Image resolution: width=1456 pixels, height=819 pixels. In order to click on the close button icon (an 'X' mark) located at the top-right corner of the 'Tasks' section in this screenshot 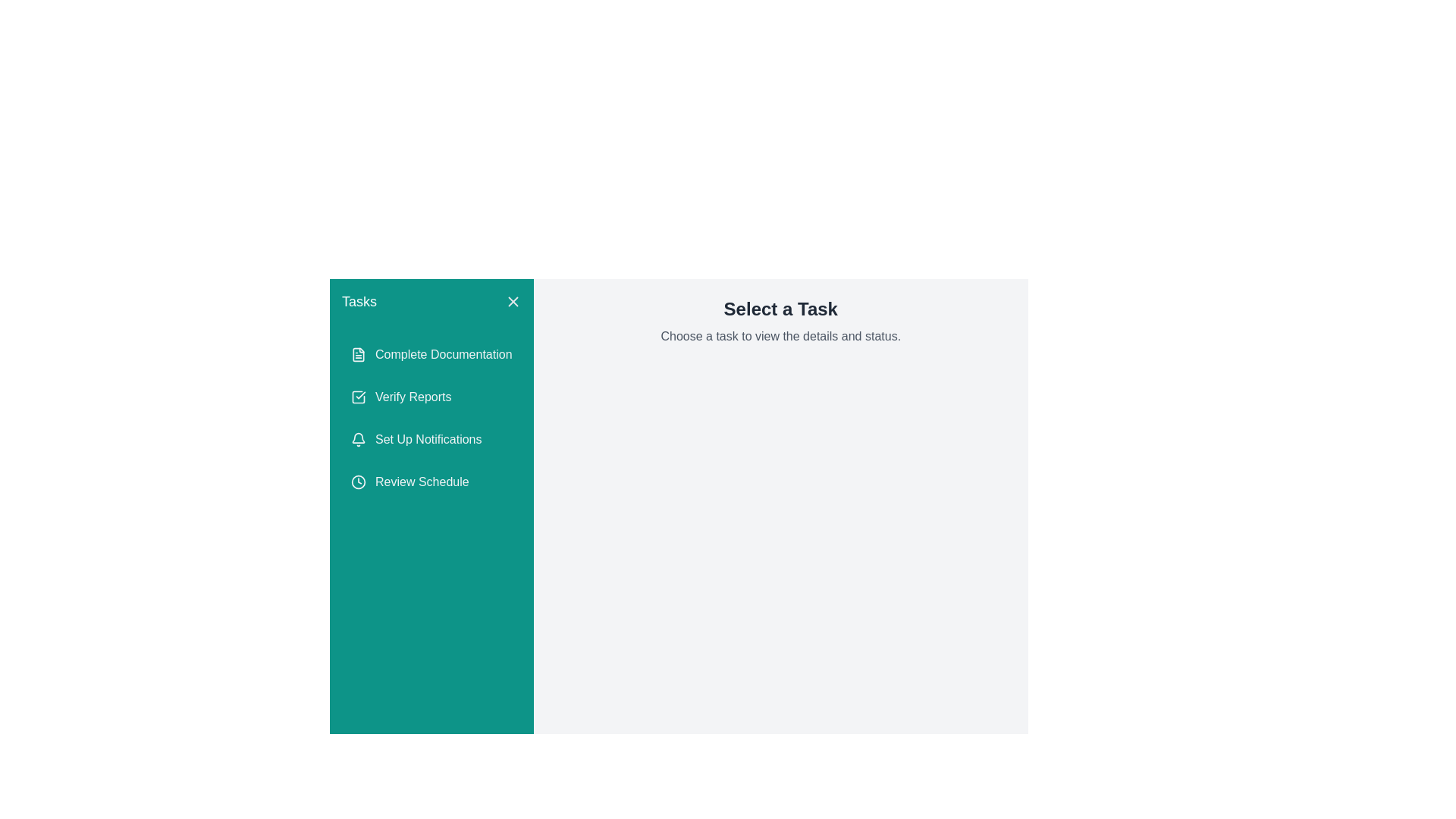, I will do `click(513, 301)`.